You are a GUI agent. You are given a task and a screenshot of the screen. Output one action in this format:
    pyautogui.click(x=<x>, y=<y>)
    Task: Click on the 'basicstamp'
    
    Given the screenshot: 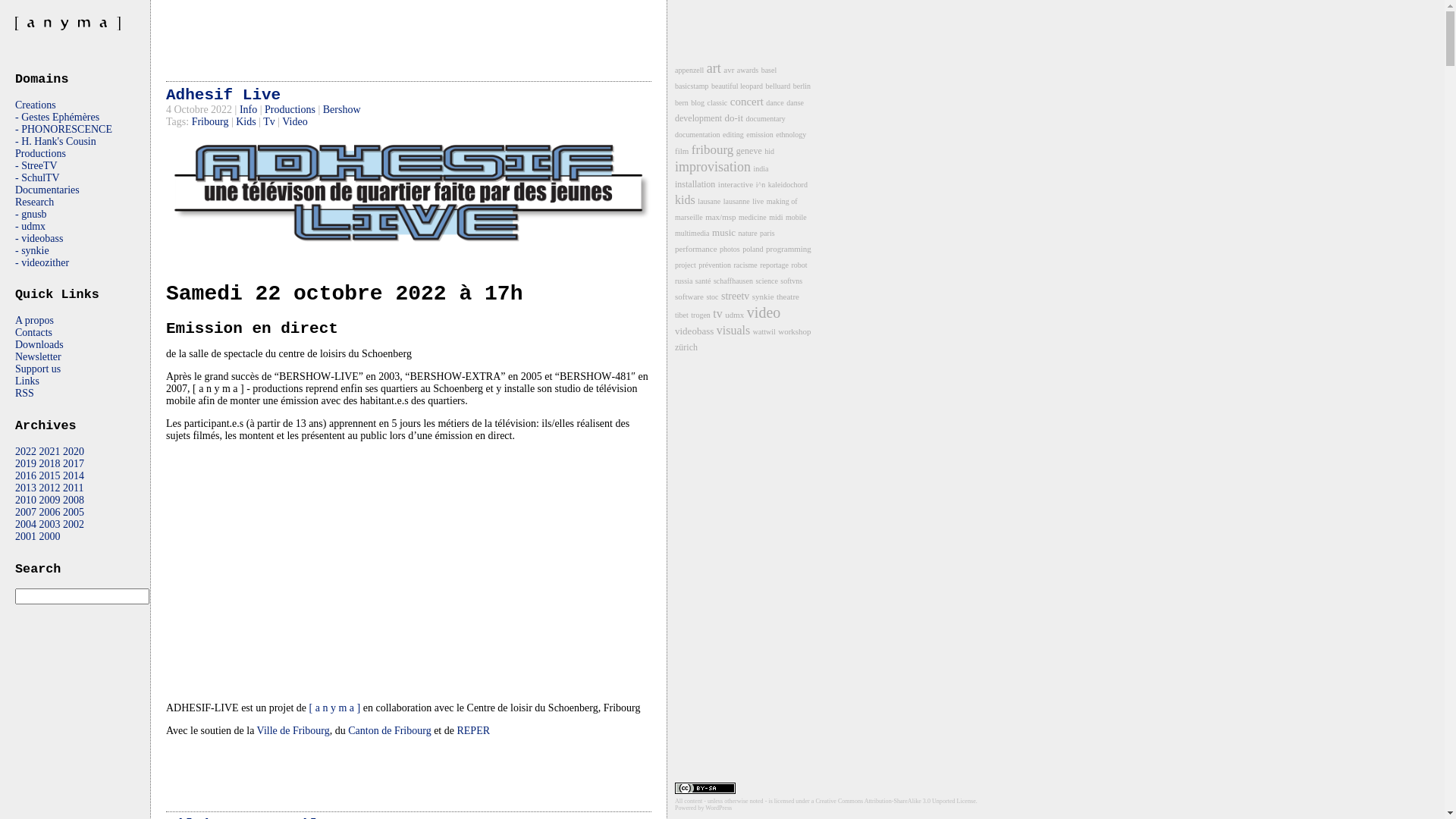 What is the action you would take?
    pyautogui.click(x=691, y=86)
    